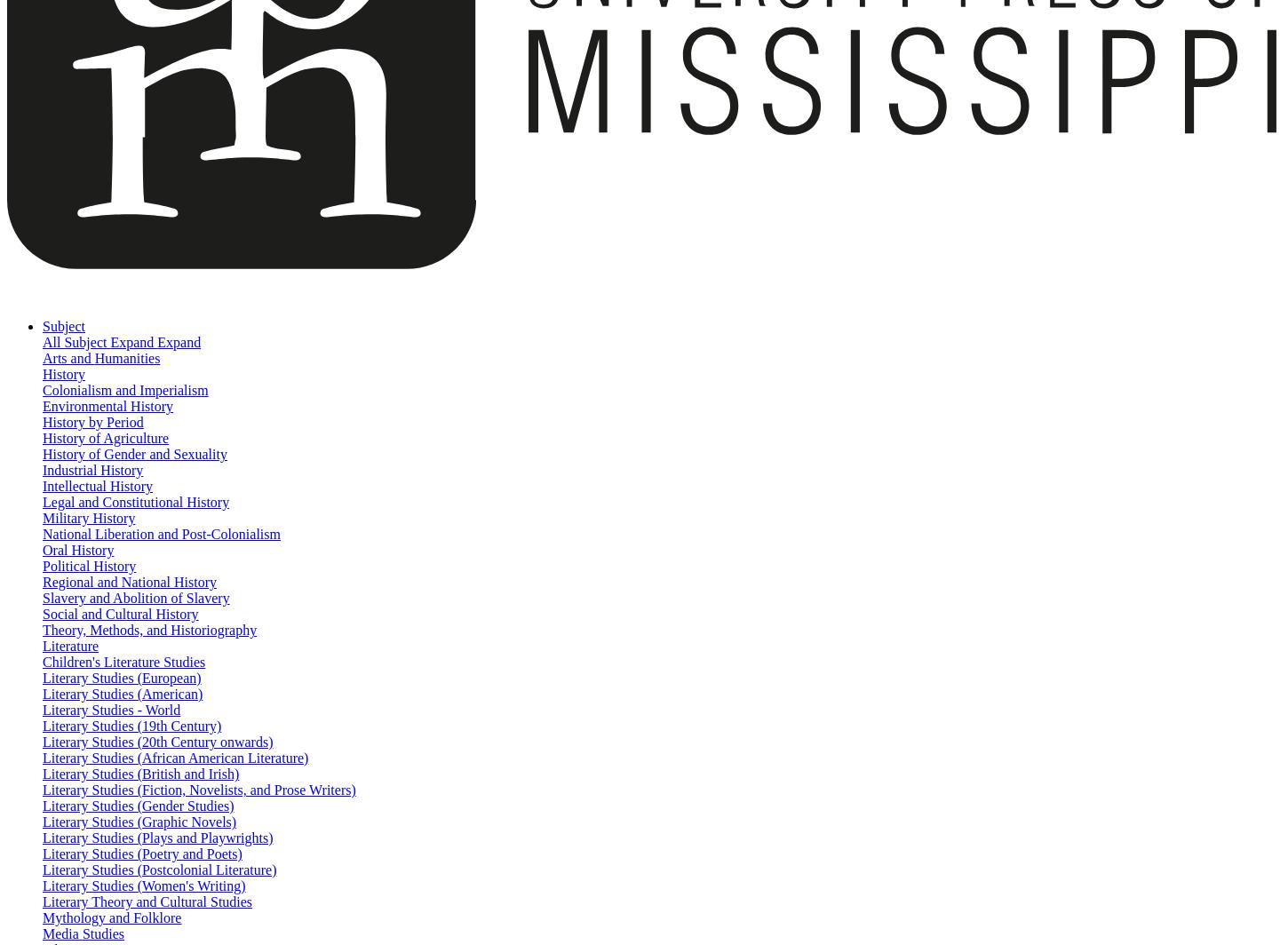 The height and width of the screenshot is (945, 1288). Describe the element at coordinates (42, 374) in the screenshot. I see `'History'` at that location.